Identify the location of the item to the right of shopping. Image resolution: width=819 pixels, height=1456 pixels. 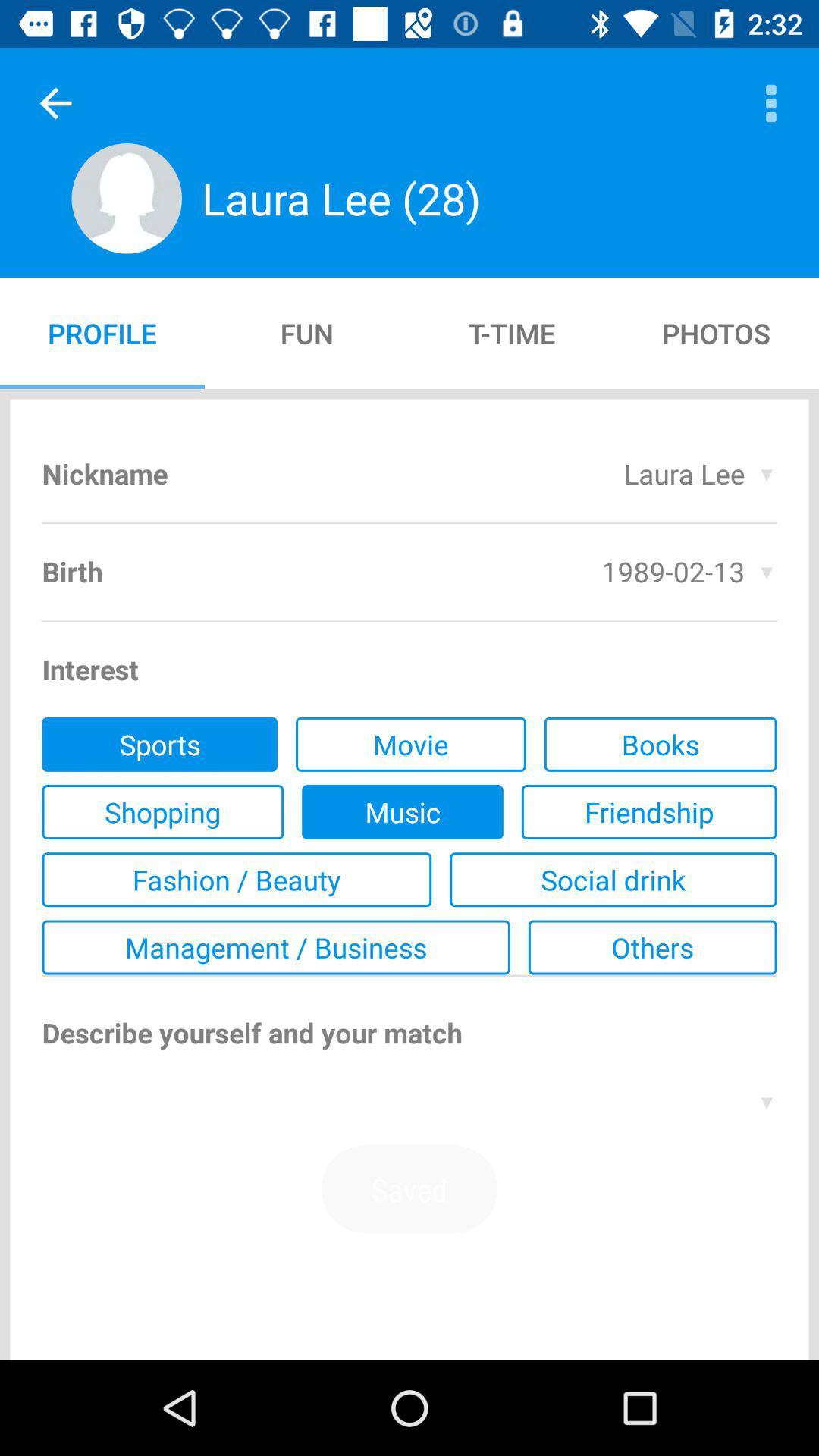
(402, 811).